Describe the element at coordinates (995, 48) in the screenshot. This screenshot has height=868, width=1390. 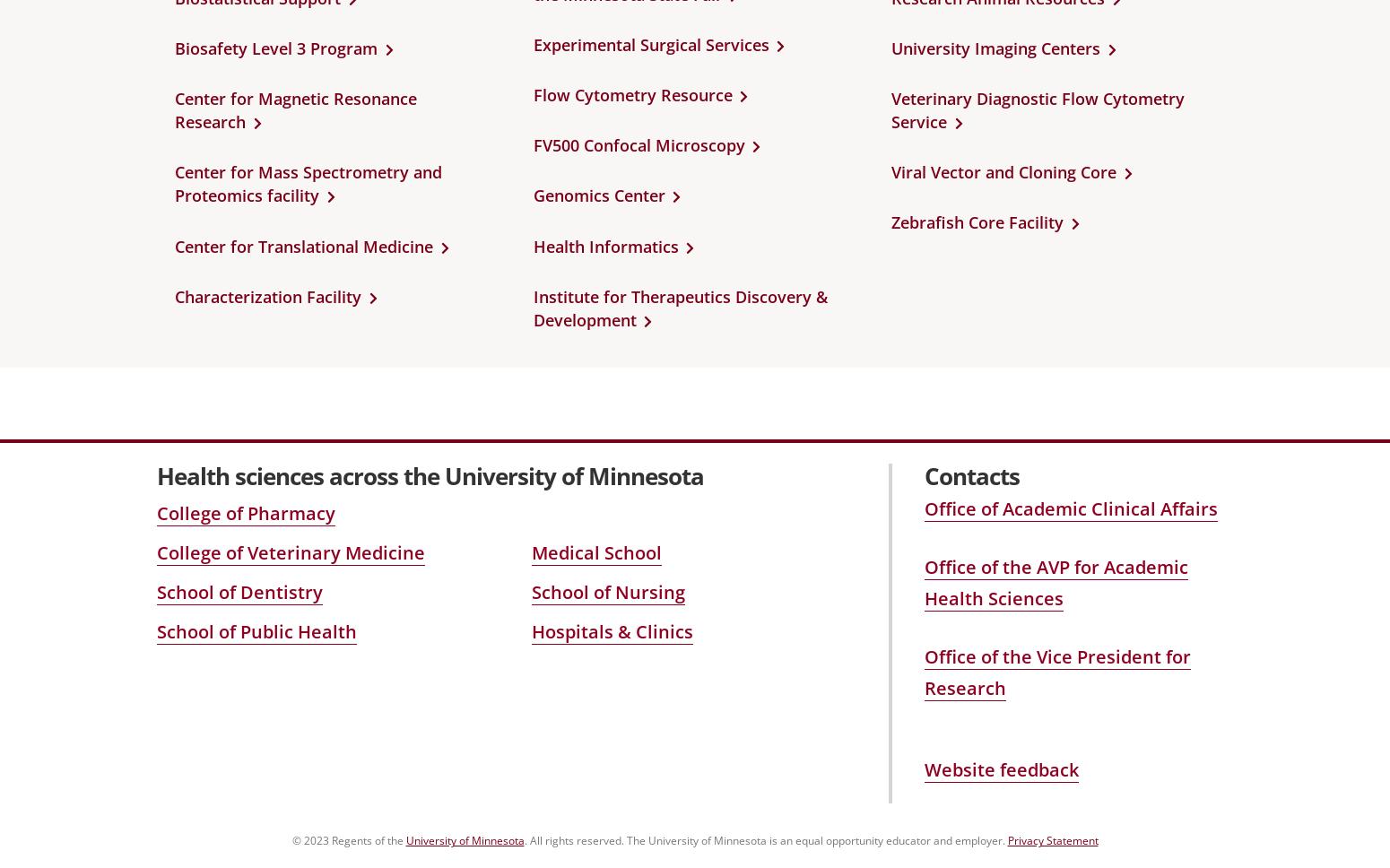
I see `'University Imaging Centers'` at that location.